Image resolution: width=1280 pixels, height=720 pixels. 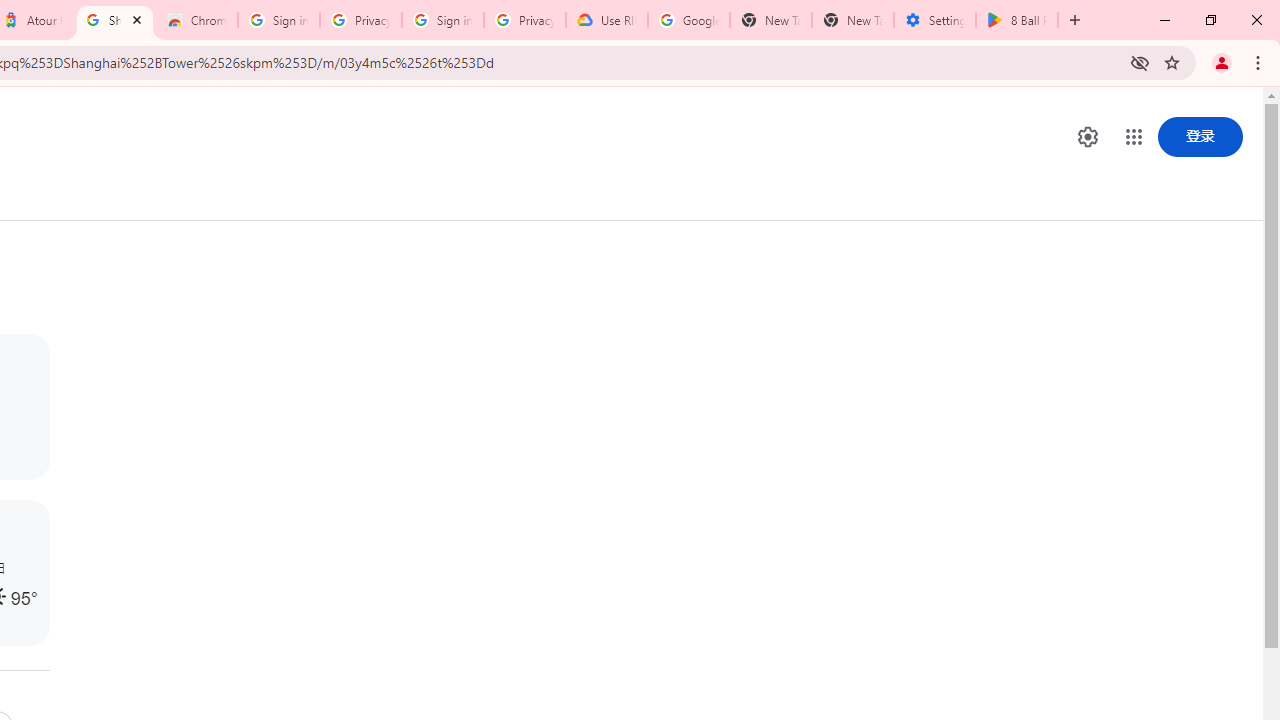 What do you see at coordinates (1139, 61) in the screenshot?
I see `'Third-party cookies blocked'` at bounding box center [1139, 61].